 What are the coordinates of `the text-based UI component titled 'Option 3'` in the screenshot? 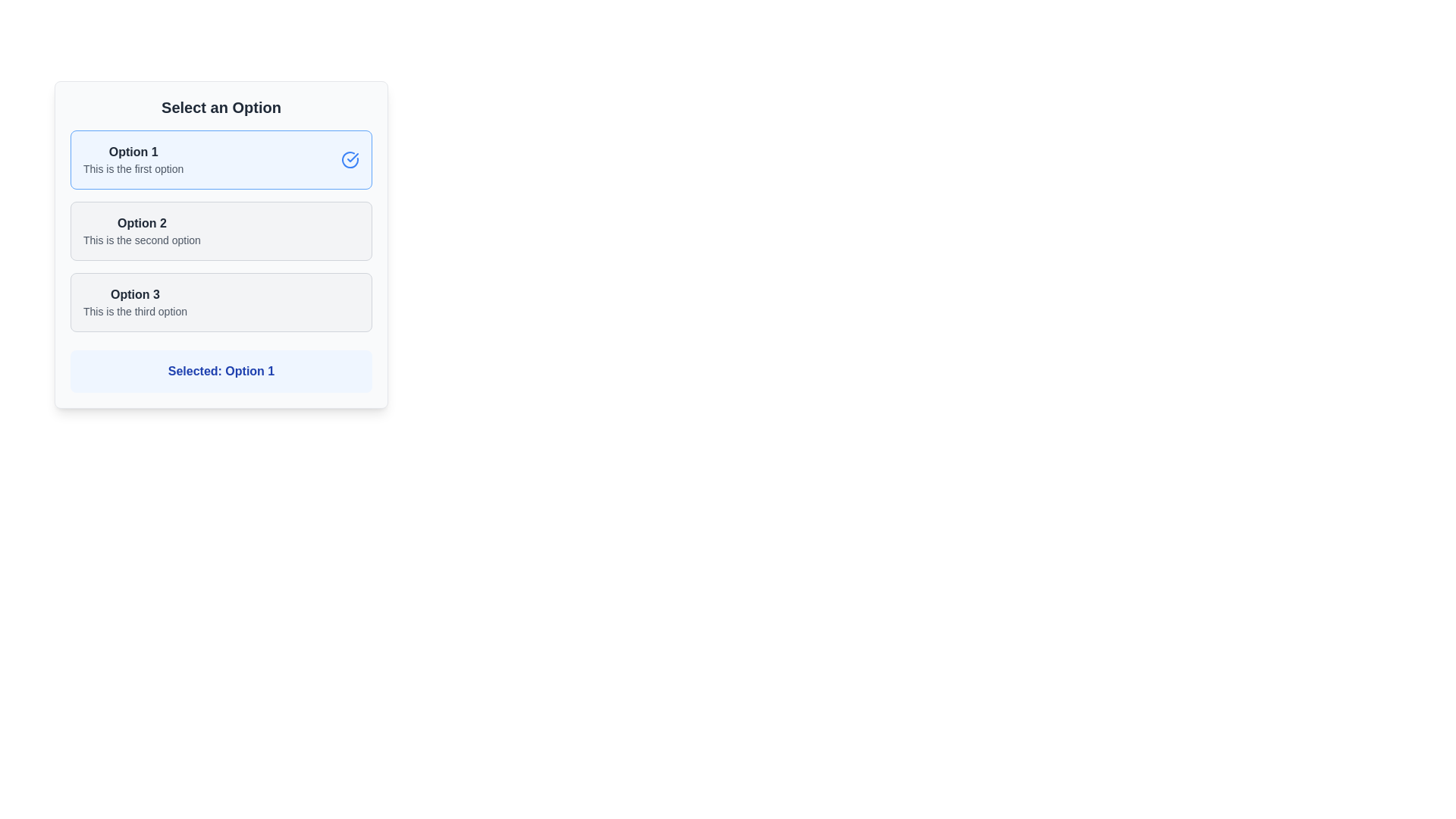 It's located at (135, 302).